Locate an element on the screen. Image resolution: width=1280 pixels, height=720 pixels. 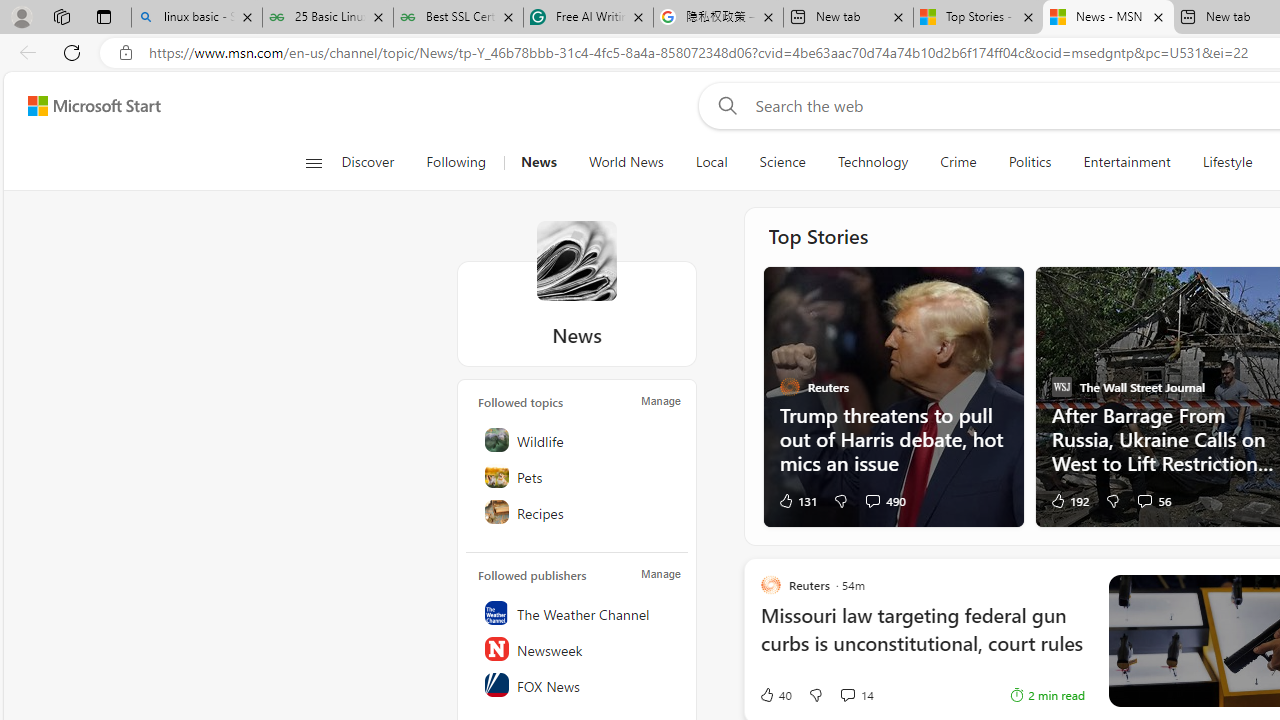
'News - MSN' is located at coordinates (1107, 17).